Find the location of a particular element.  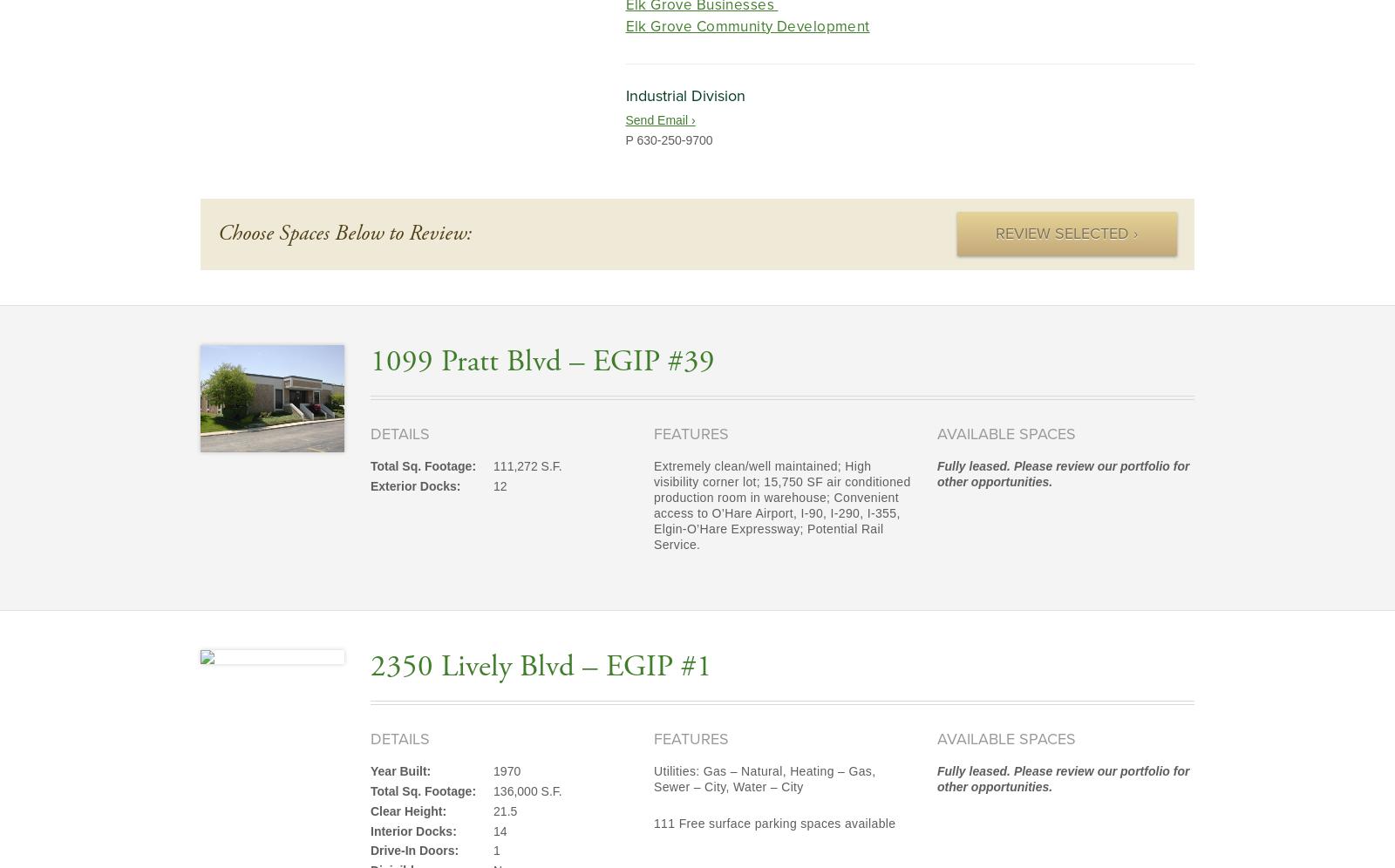

'Industrial Division' is located at coordinates (684, 94).